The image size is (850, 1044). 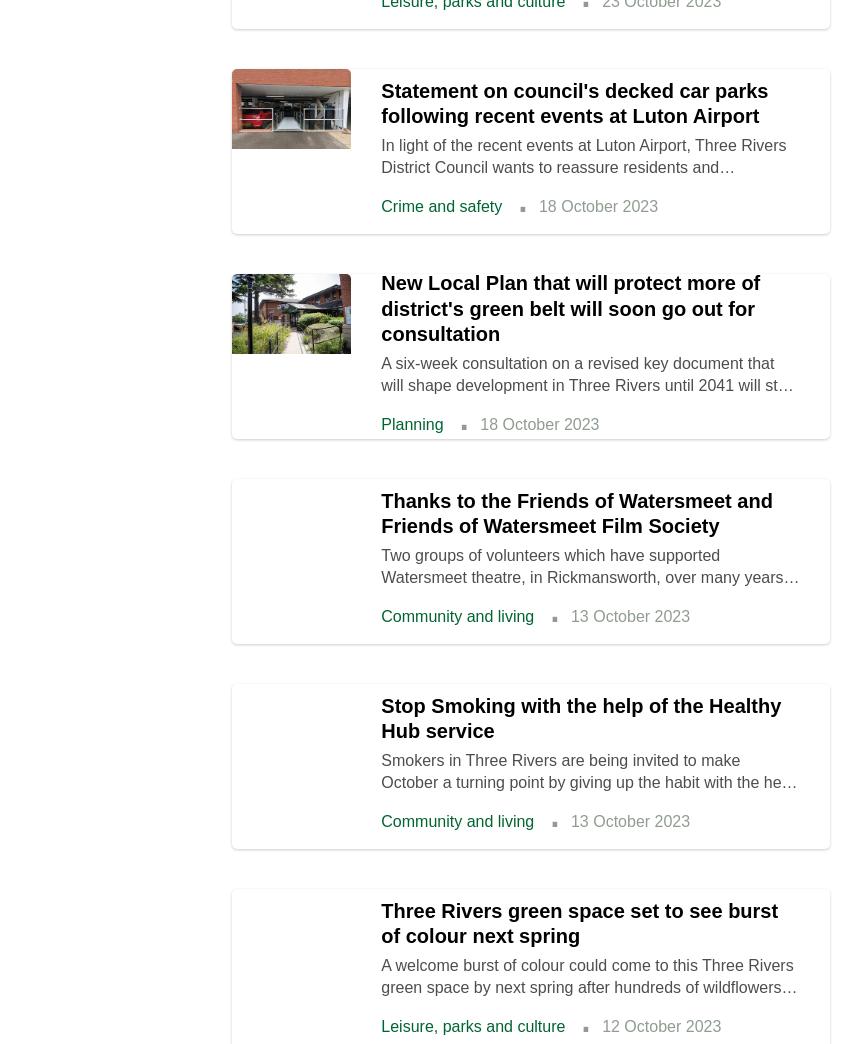 I want to click on 'Thanks to the Friends of Watersmeet and Friends of Watersmeet Film Society', so click(x=576, y=513).